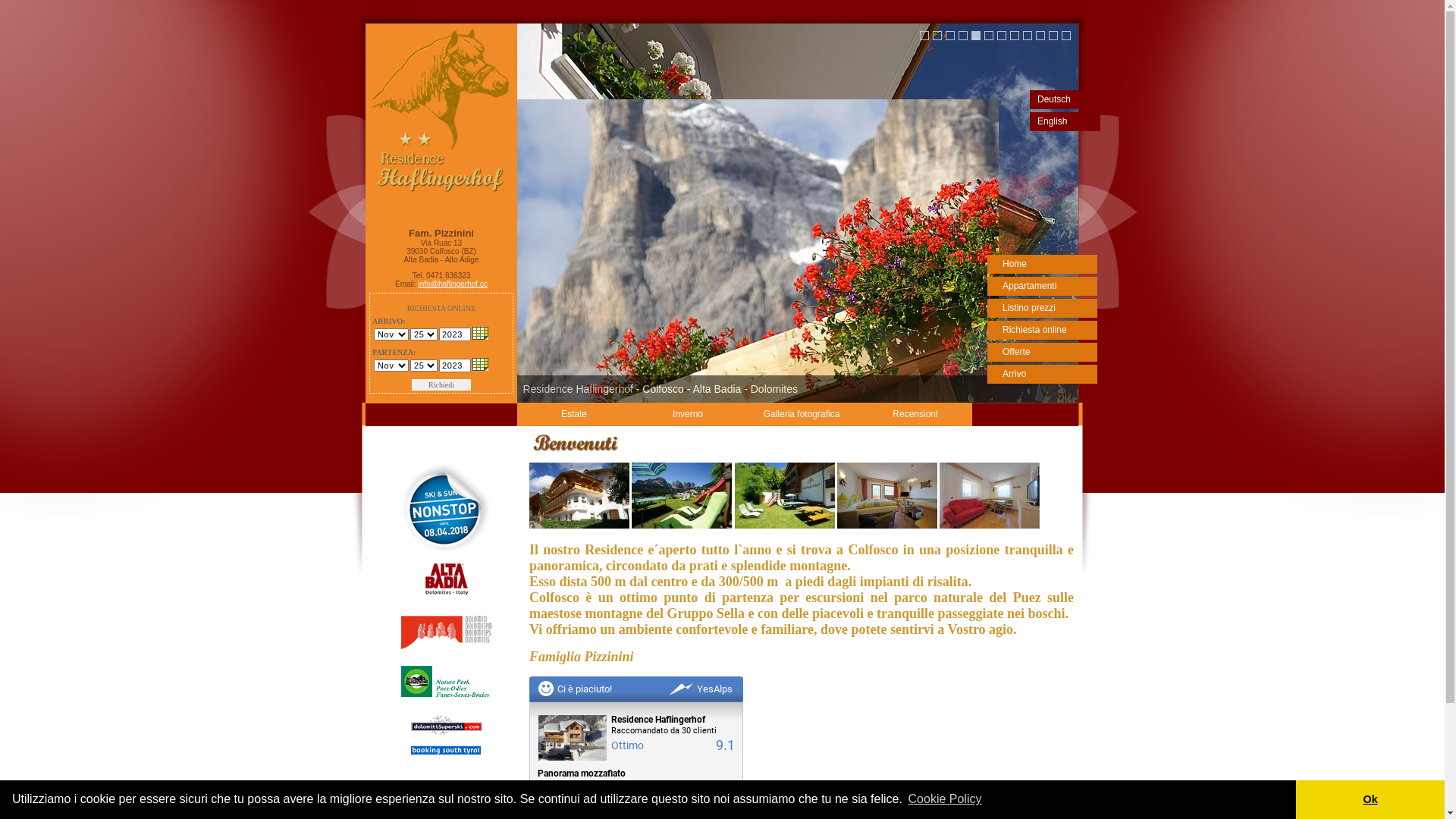  I want to click on '      Richiedi      ', so click(440, 384).